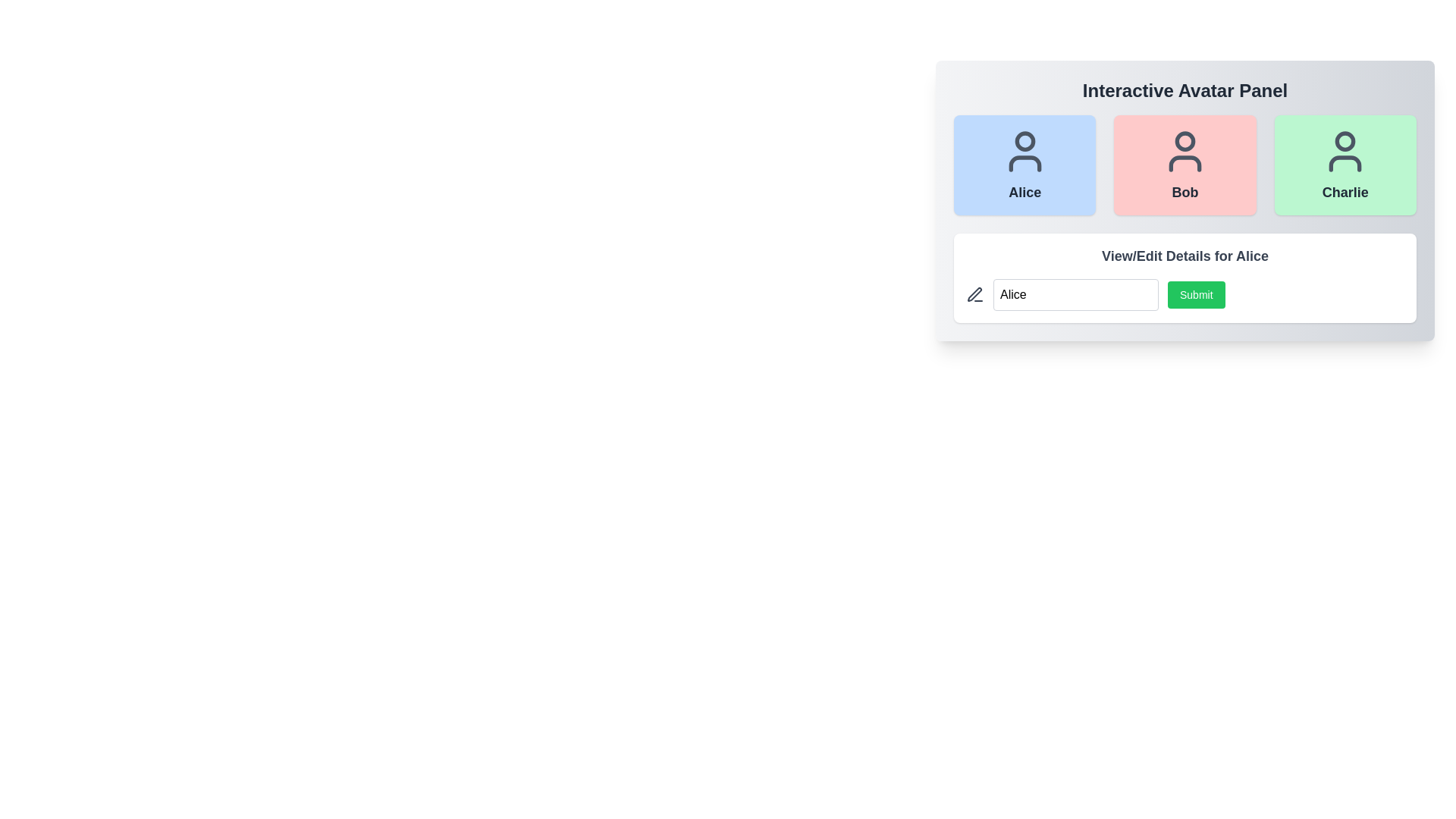 The height and width of the screenshot is (819, 1456). What do you see at coordinates (1185, 90) in the screenshot?
I see `the title text element located at the top of the panel, which provides context for the content below, positioned above the colored boxes labeled 'Alice', 'Bob', and 'Charlie'` at bounding box center [1185, 90].